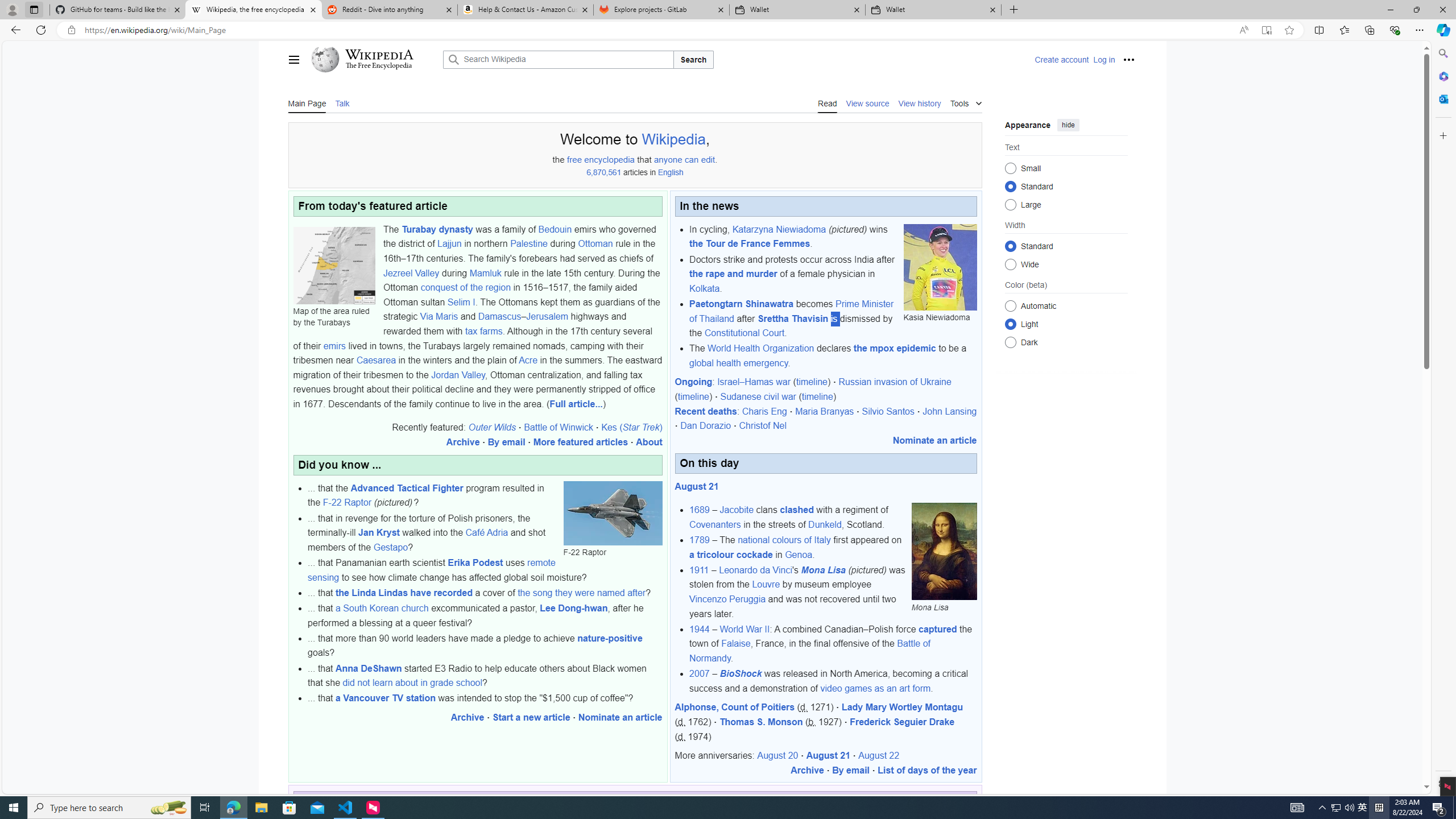 This screenshot has height=819, width=1456. I want to click on 'Jerusalem', so click(547, 316).